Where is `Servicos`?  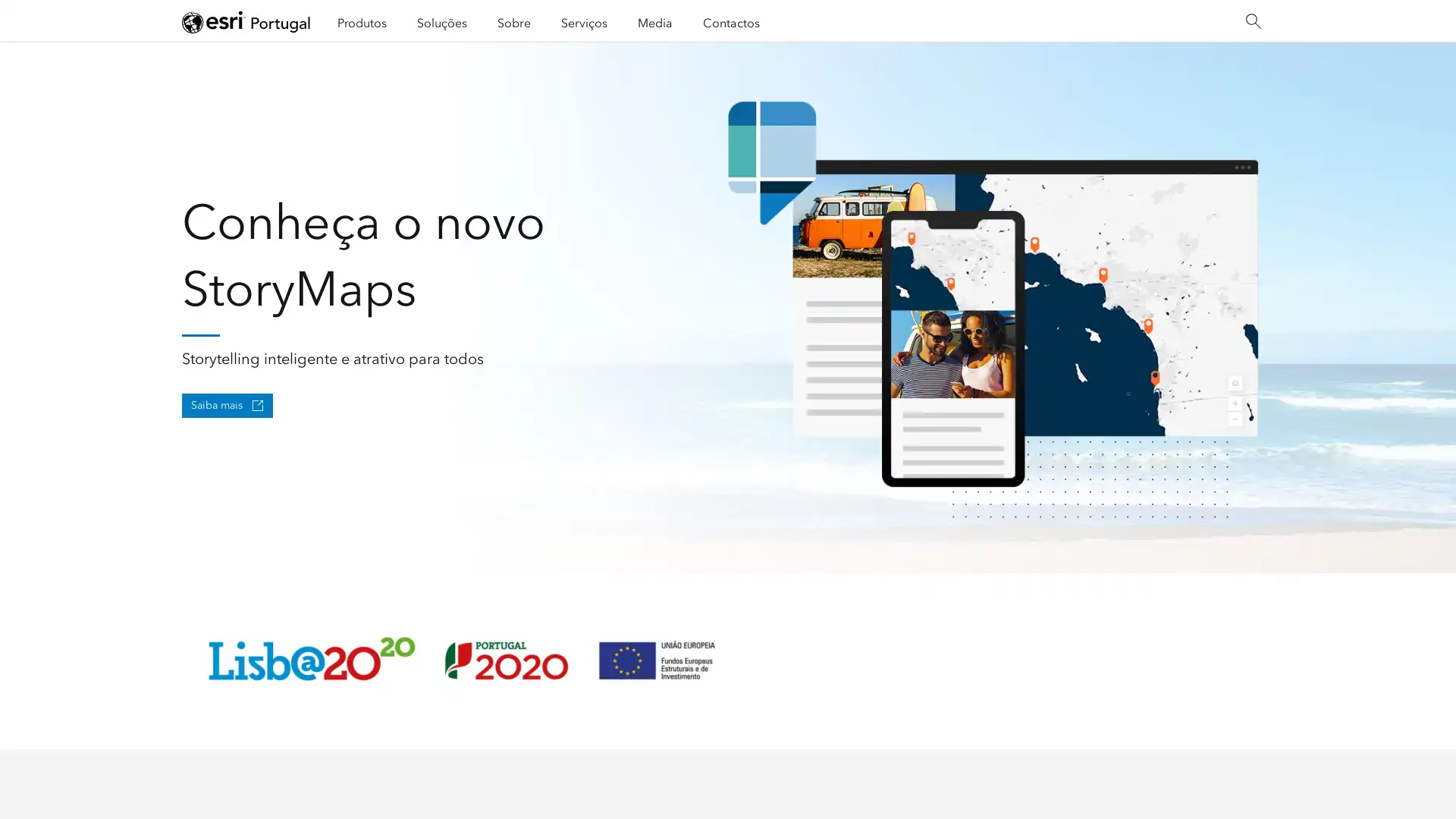 Servicos is located at coordinates (583, 20).